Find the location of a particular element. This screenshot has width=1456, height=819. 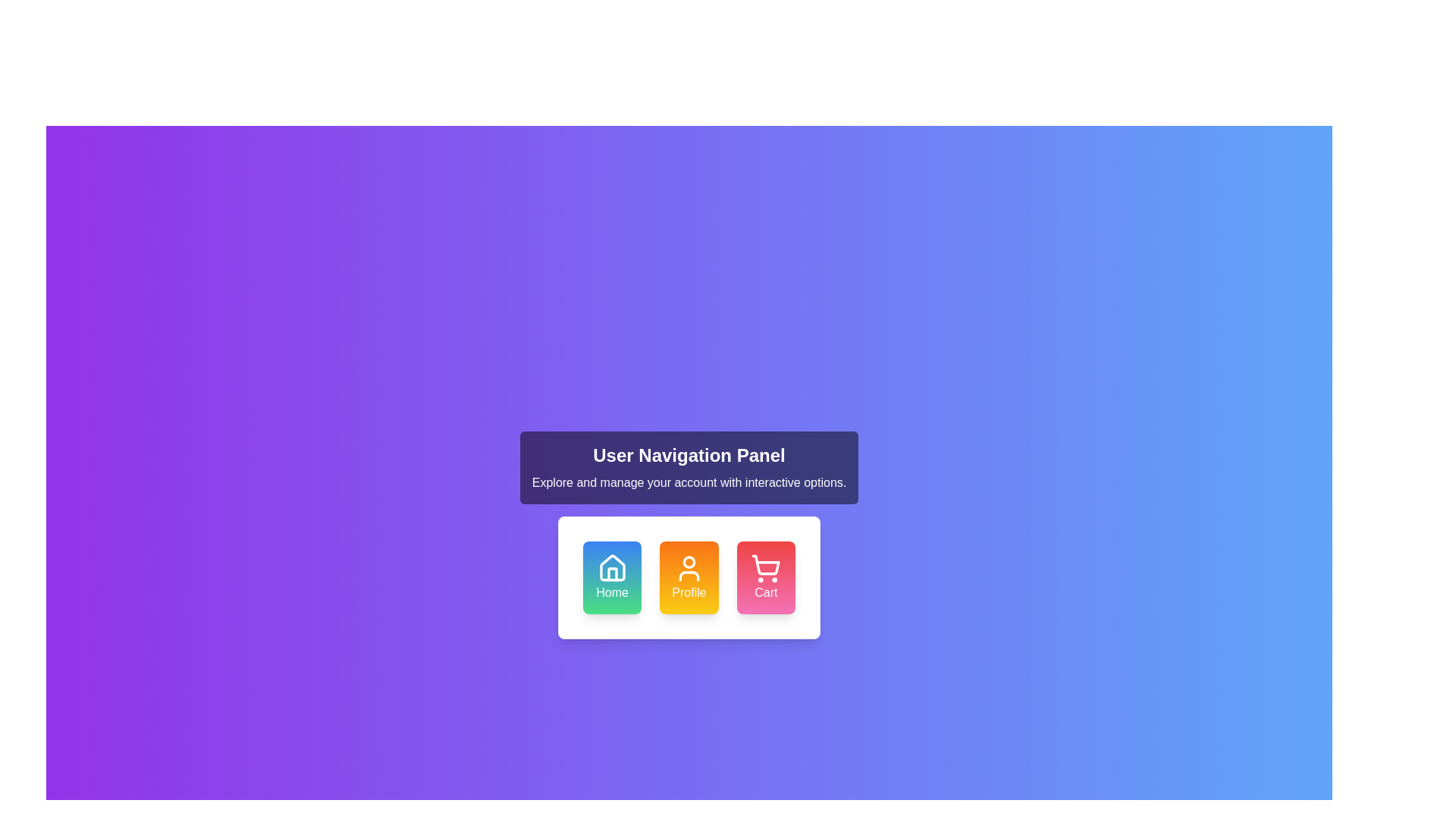

the shopping cart icon located within the 'Cart' button at the bottom right of the User Navigation Panel is located at coordinates (766, 568).